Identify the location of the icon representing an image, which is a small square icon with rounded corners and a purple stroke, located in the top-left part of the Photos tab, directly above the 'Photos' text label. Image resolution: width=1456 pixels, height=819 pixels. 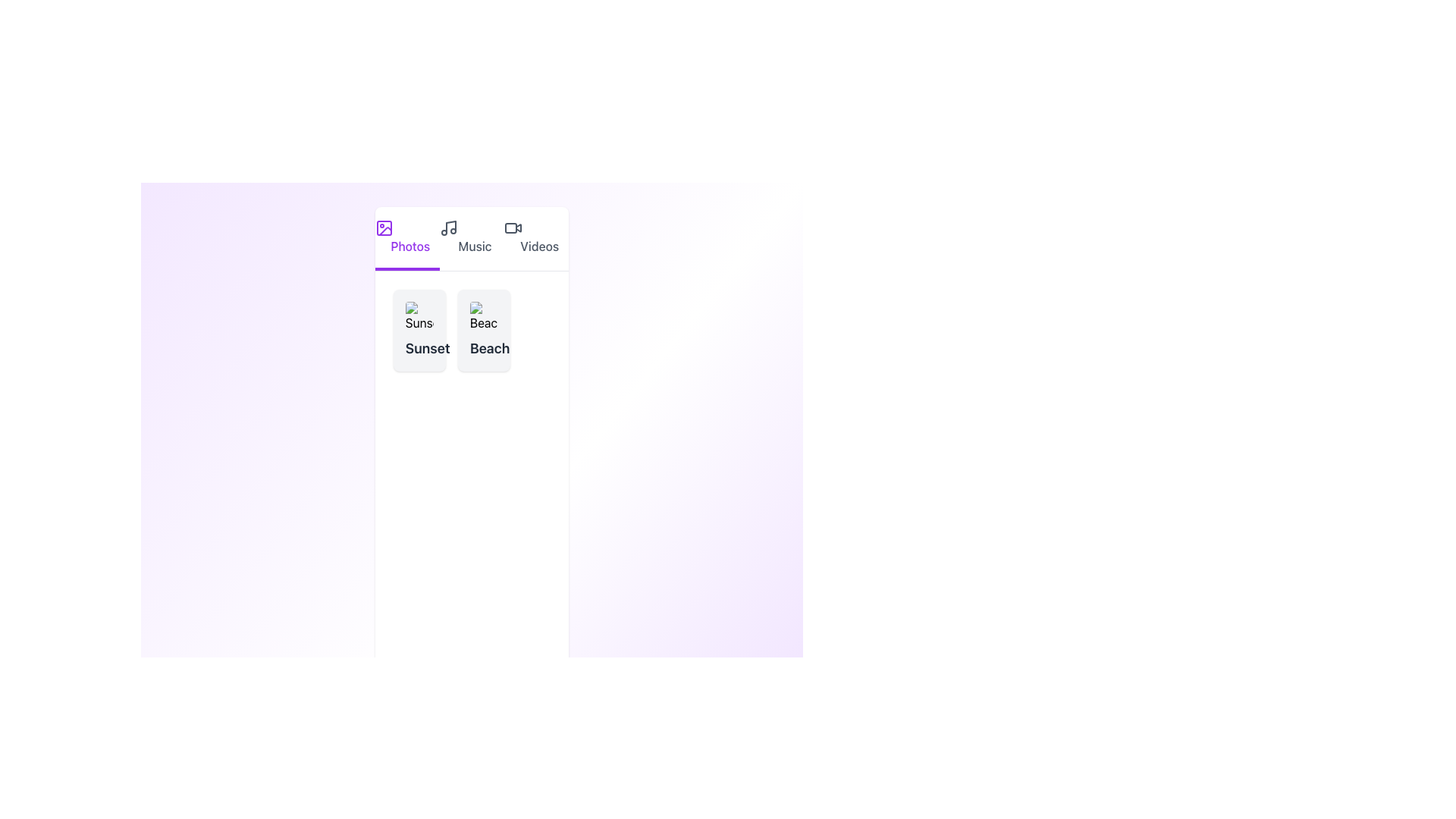
(384, 227).